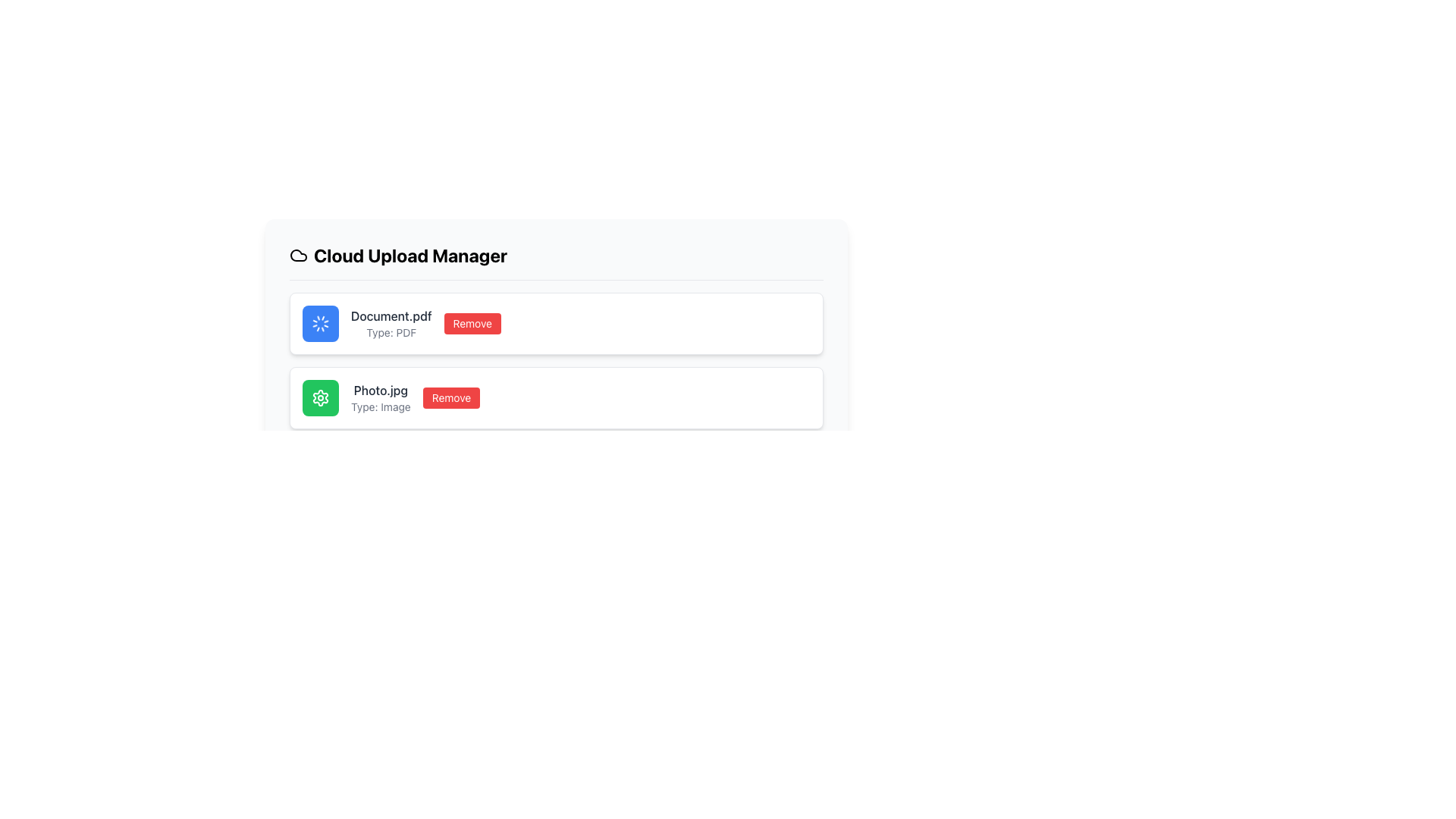  Describe the element at coordinates (391, 323) in the screenshot. I see `the text display component showing 'Document.pdf' with metadata 'Type: PDF' in the first card of the file list` at that location.